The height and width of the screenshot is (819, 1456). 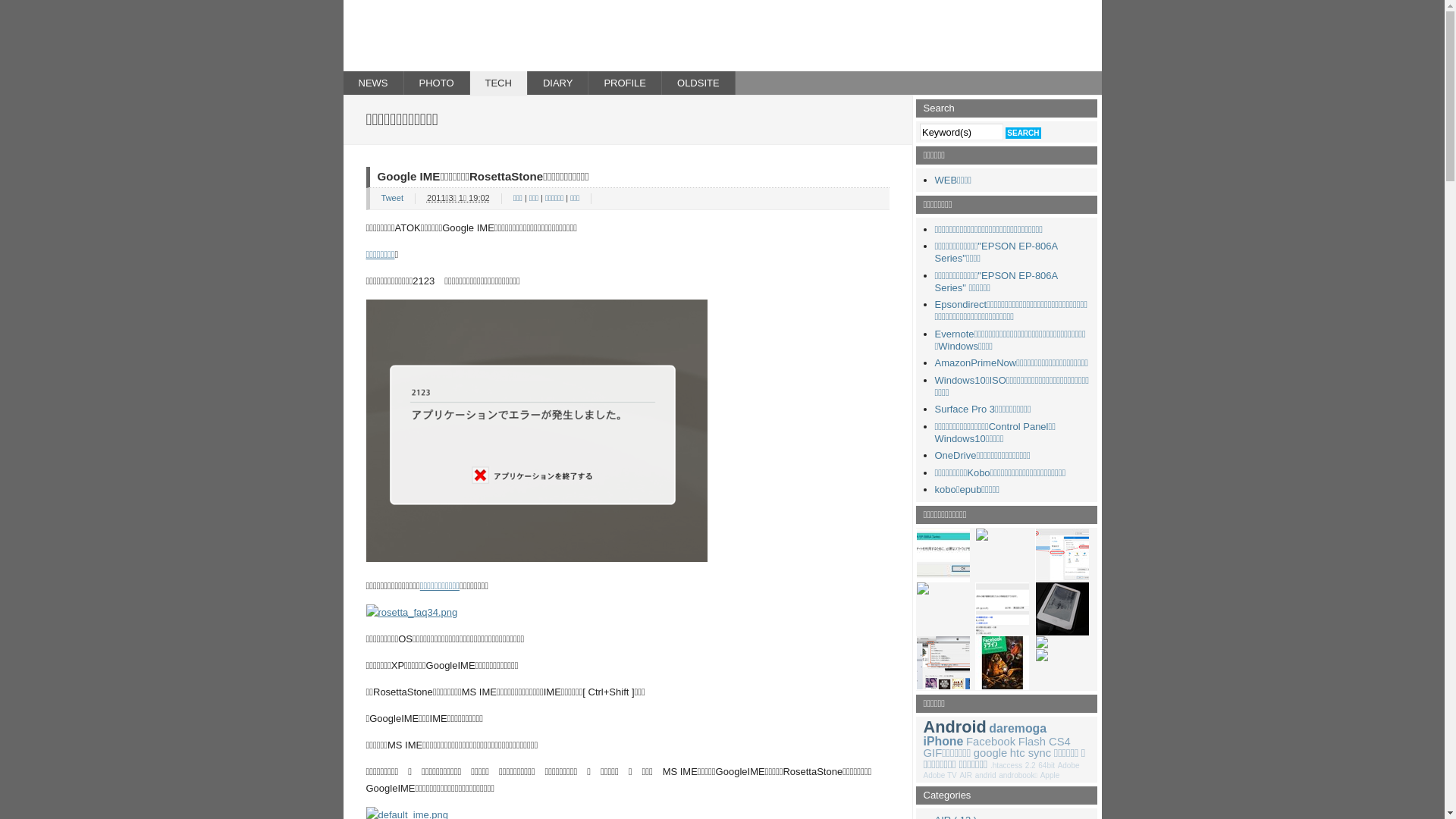 I want to click on '.htaccess', so click(x=1006, y=765).